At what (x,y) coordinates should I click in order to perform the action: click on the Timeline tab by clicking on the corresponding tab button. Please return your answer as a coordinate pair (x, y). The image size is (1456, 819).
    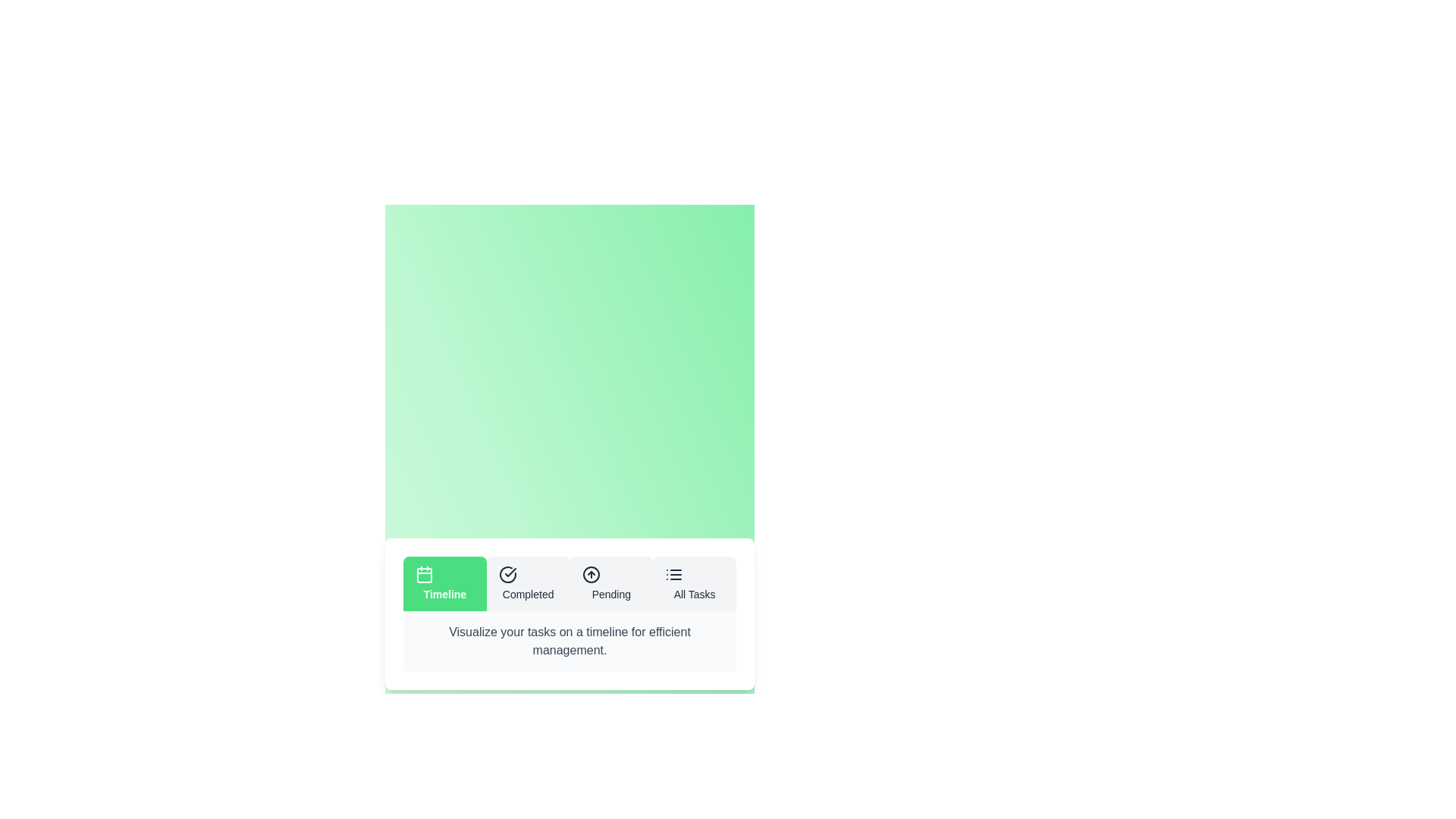
    Looking at the image, I should click on (444, 583).